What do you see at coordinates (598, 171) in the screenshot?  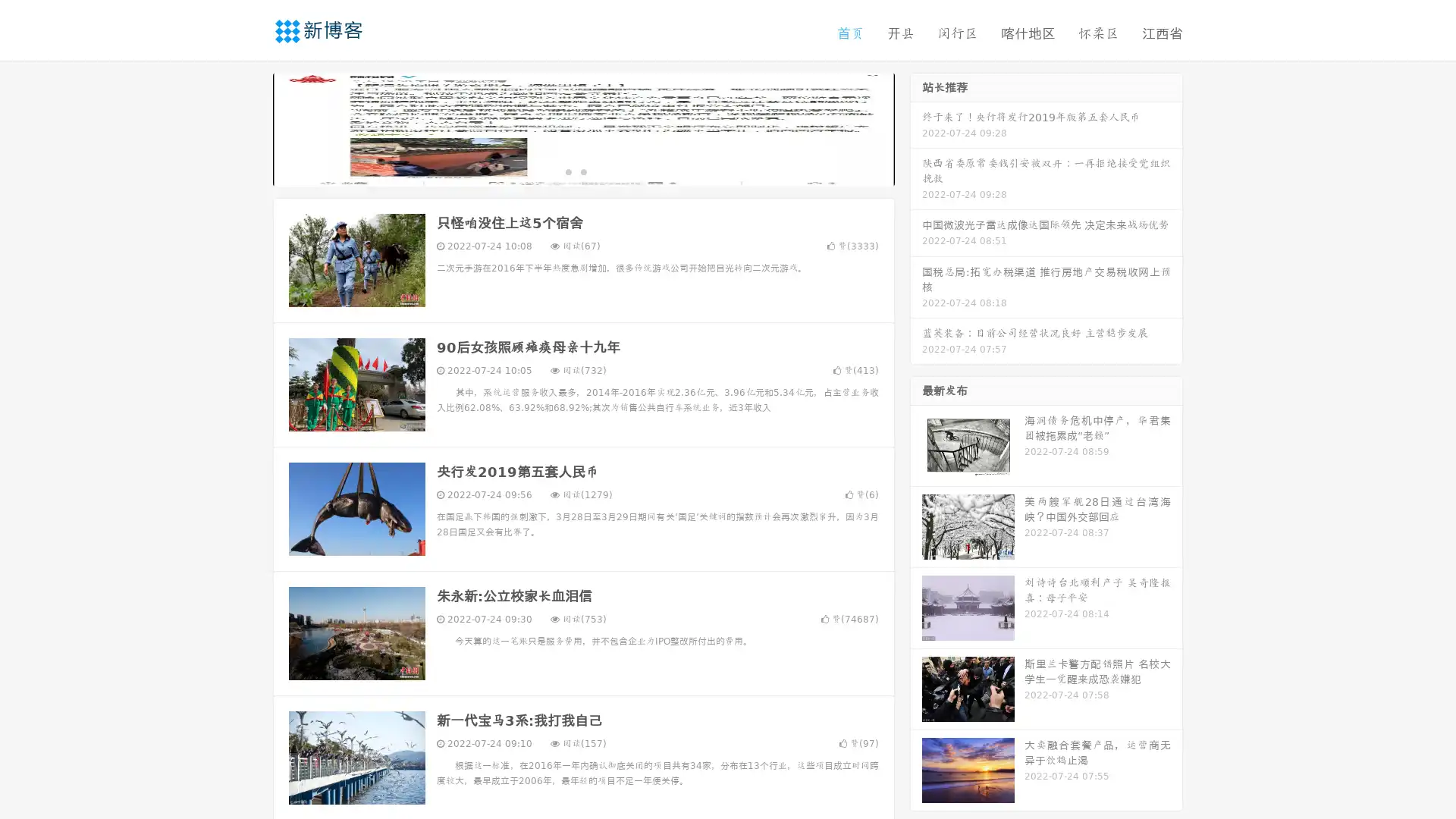 I see `Go to slide 3` at bounding box center [598, 171].